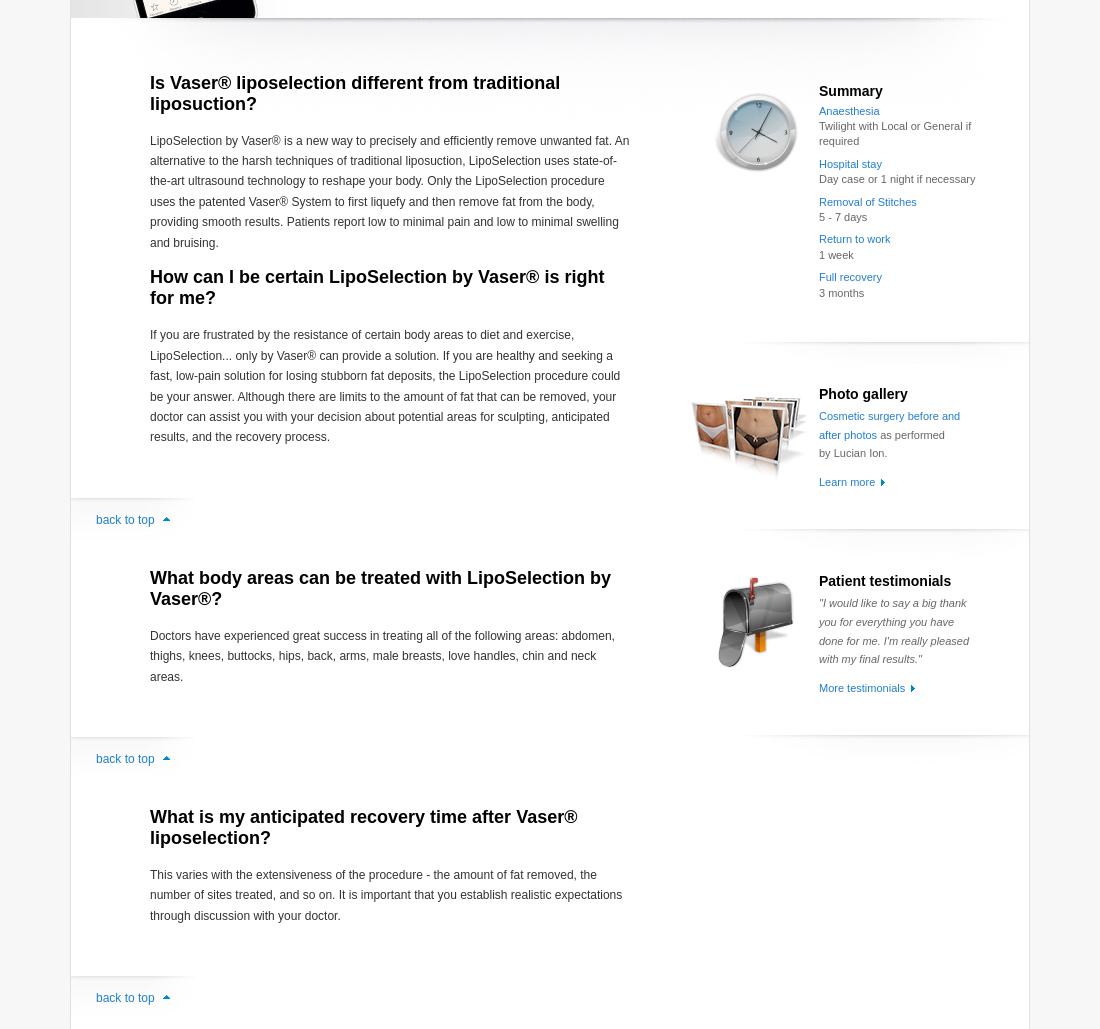 The image size is (1100, 1029). Describe the element at coordinates (149, 91) in the screenshot. I see `'Is Vaser® liposelection different from traditional liposuction?'` at that location.